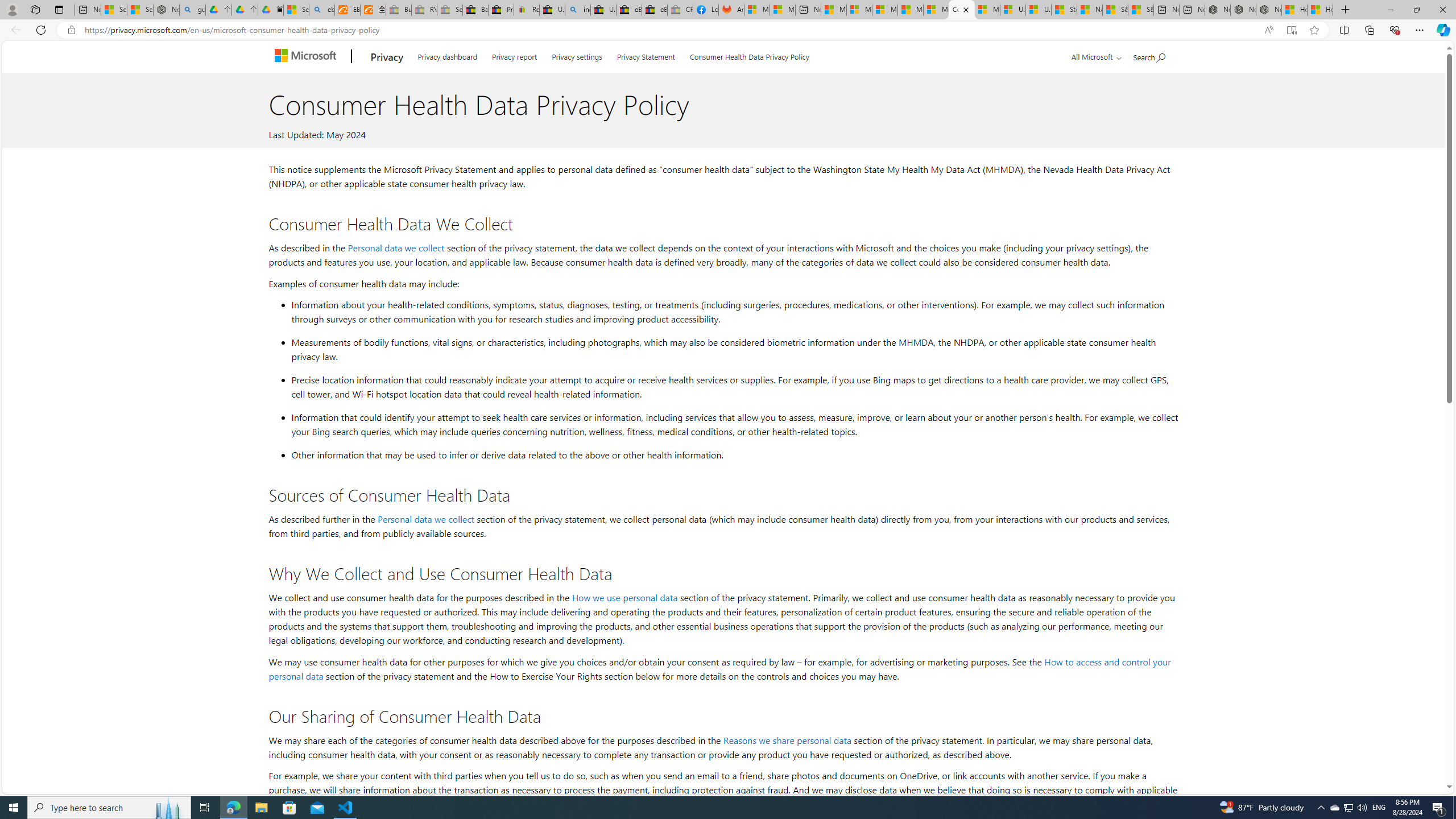  I want to click on 'How we use personal data', so click(624, 597).